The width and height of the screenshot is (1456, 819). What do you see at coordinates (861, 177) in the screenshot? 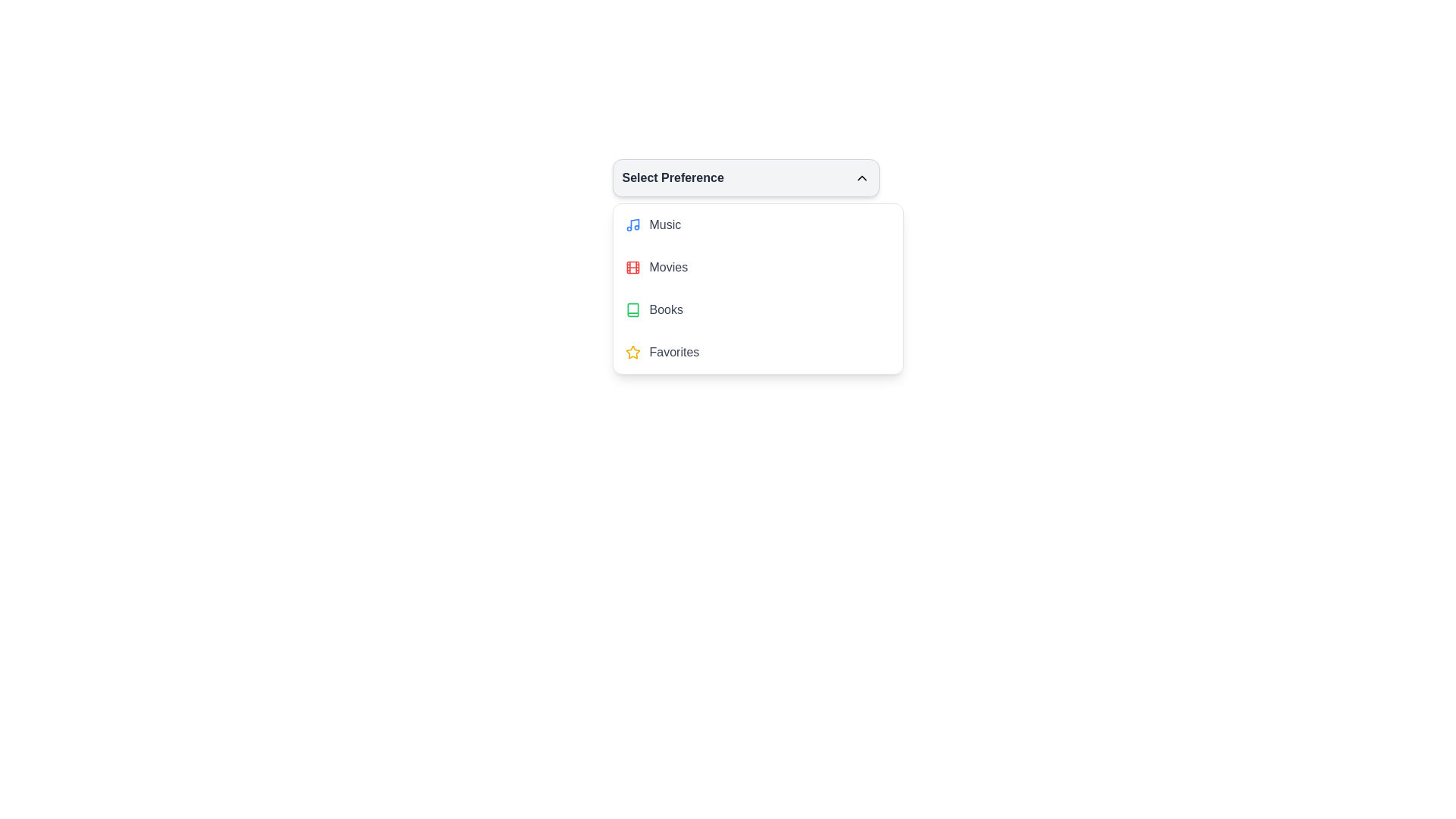
I see `the upward-pointing chevron icon located on the right side of the 'Select Preference' title` at bounding box center [861, 177].